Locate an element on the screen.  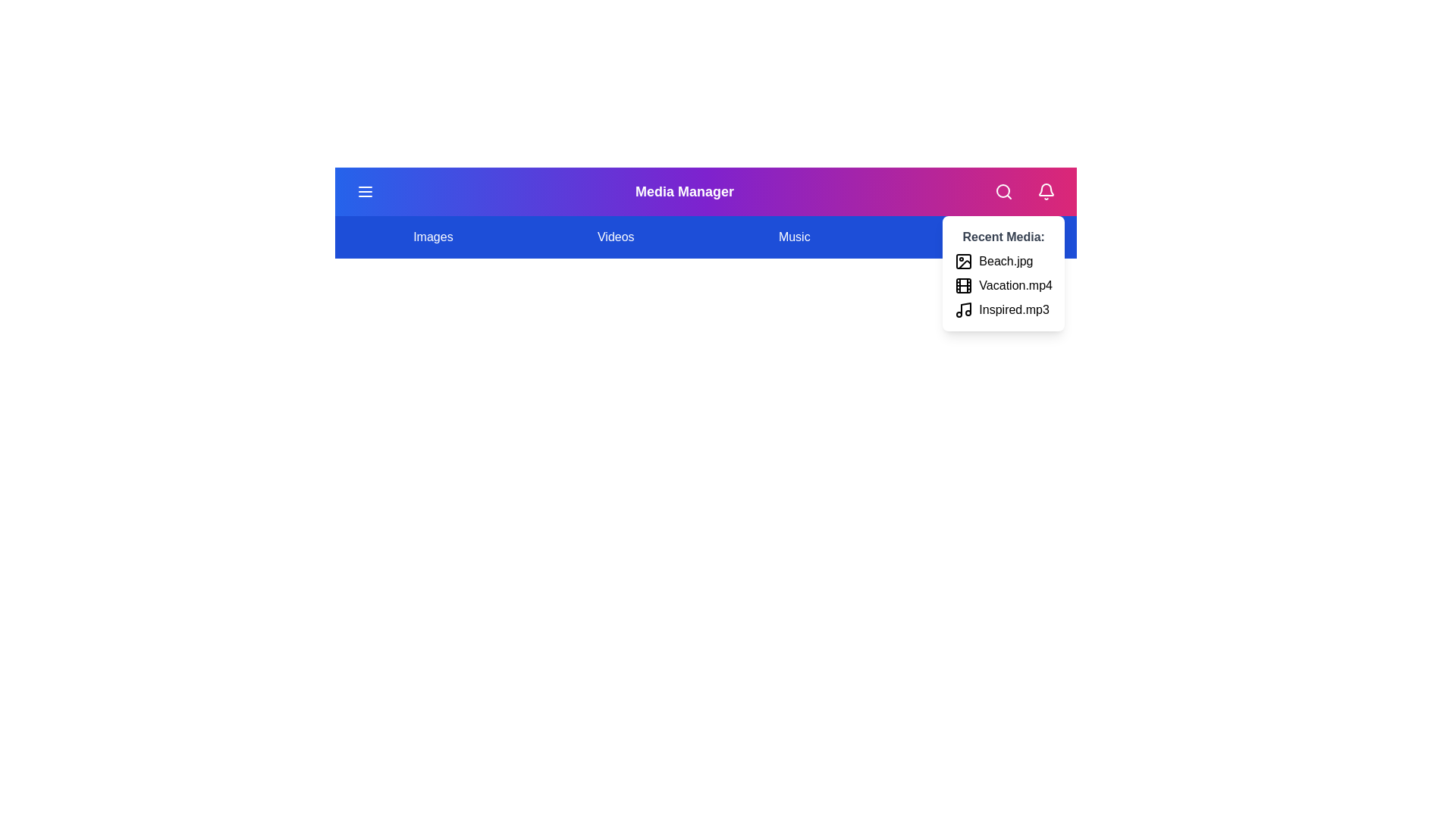
the bell icon to toggle the notification panel is located at coordinates (1045, 191).